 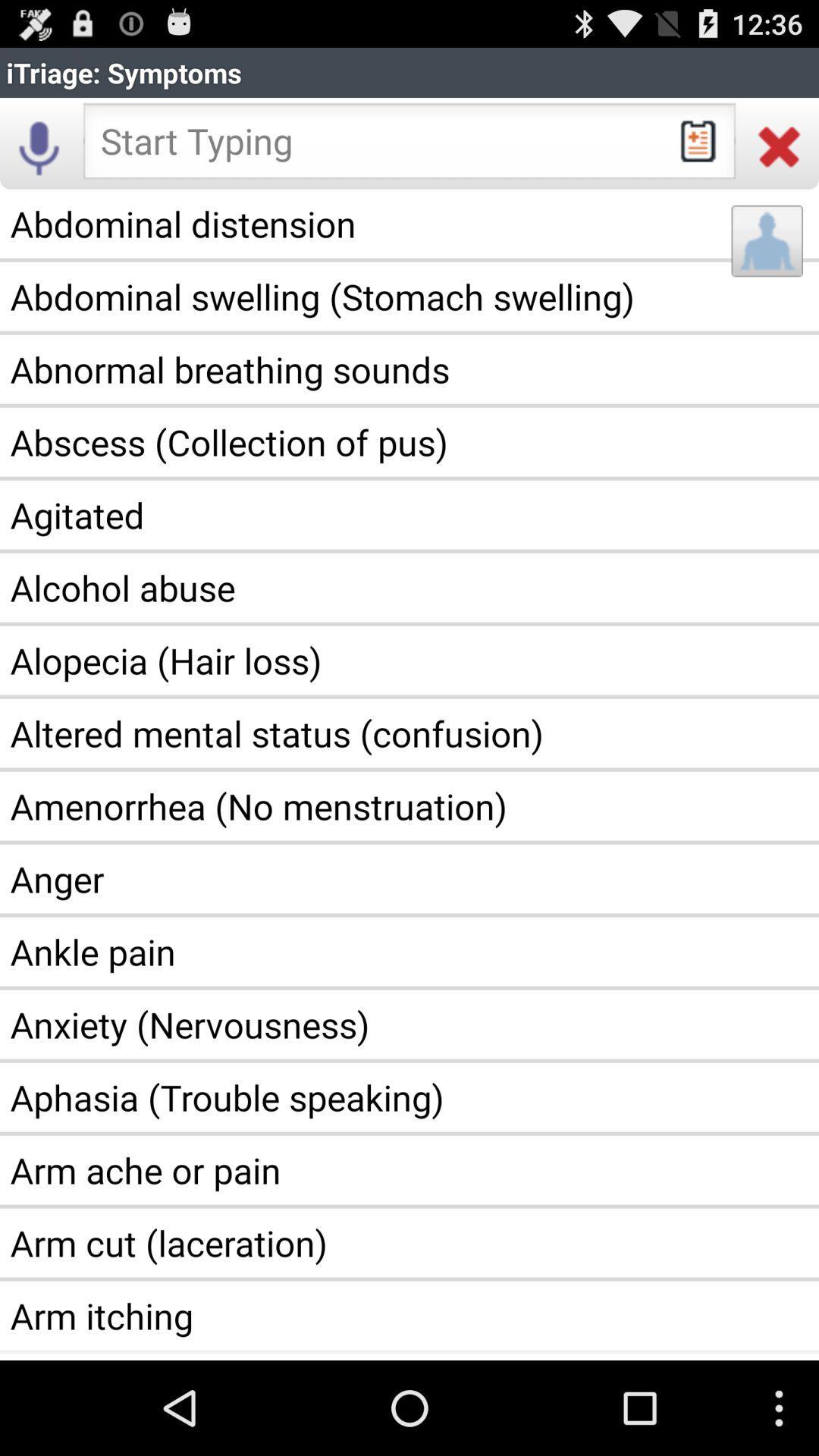 I want to click on the icon below the arm cut (laceration) icon, so click(x=409, y=1315).